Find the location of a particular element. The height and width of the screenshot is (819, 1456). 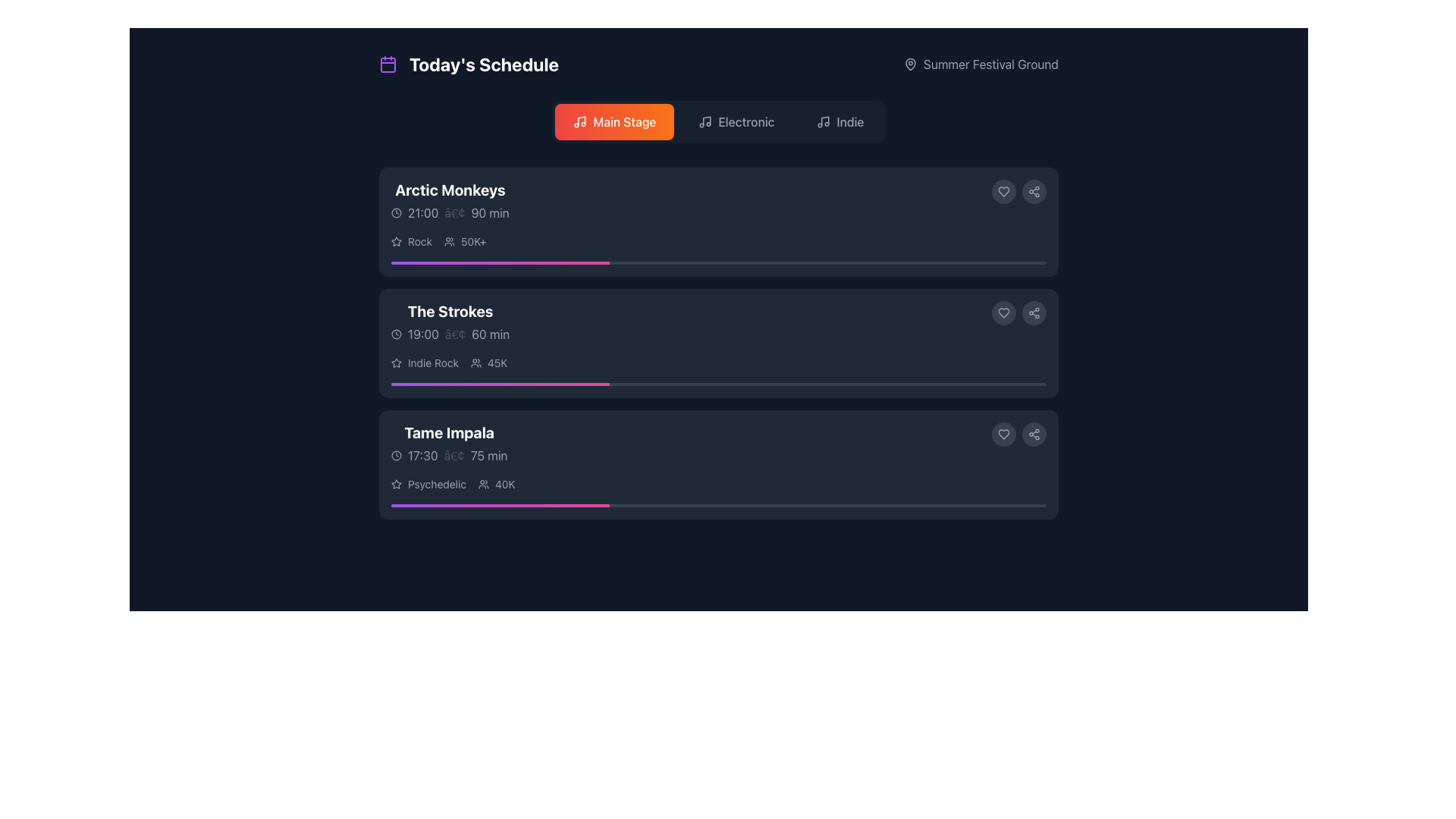

the Time and duration display located beneath 'The Strokes' in the concert schedule block, which is horizontally centered and occupies the second row after the title is located at coordinates (450, 333).